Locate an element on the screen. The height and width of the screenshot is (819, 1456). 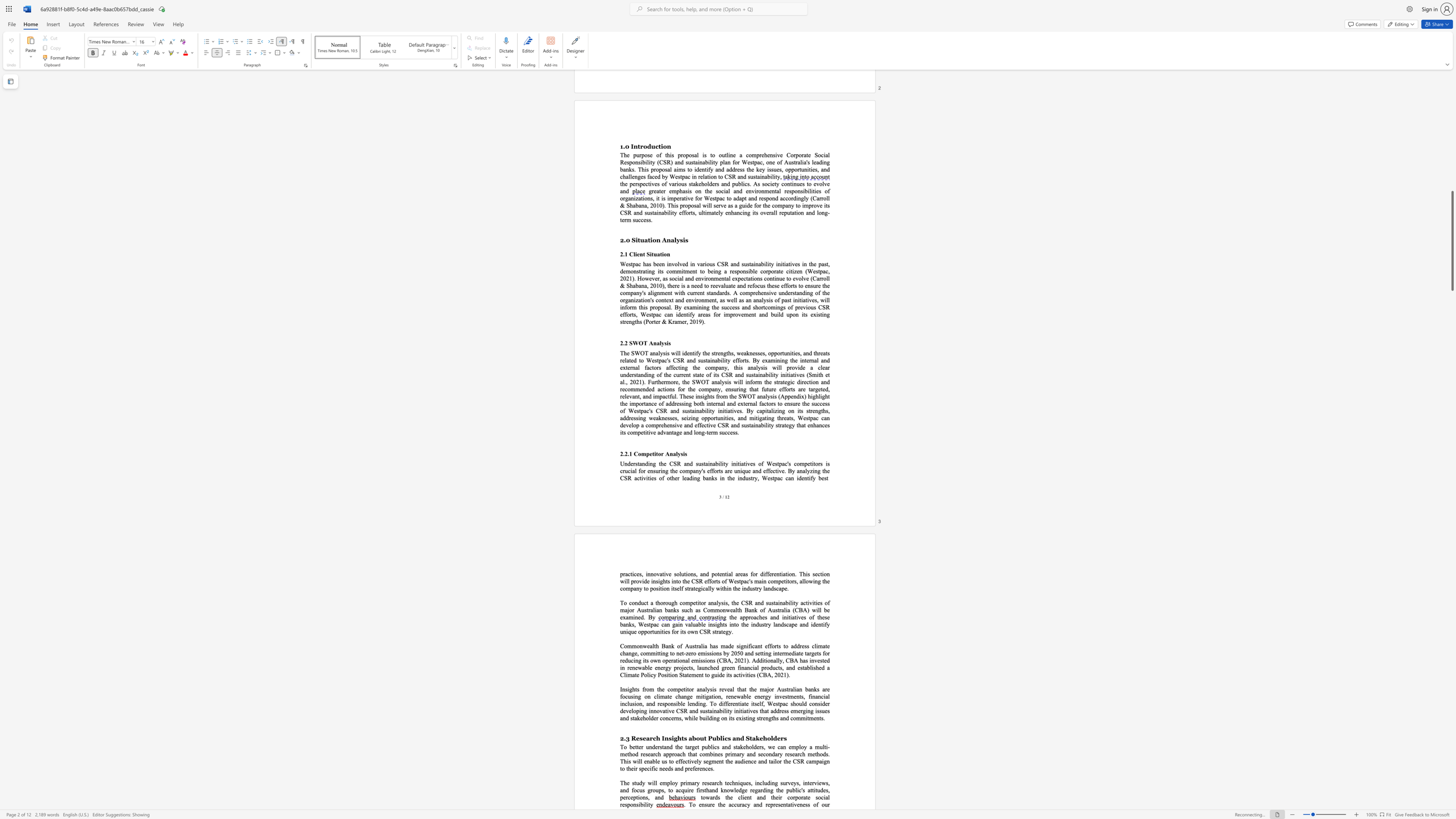
the 8th character "e" in the text is located at coordinates (747, 624).